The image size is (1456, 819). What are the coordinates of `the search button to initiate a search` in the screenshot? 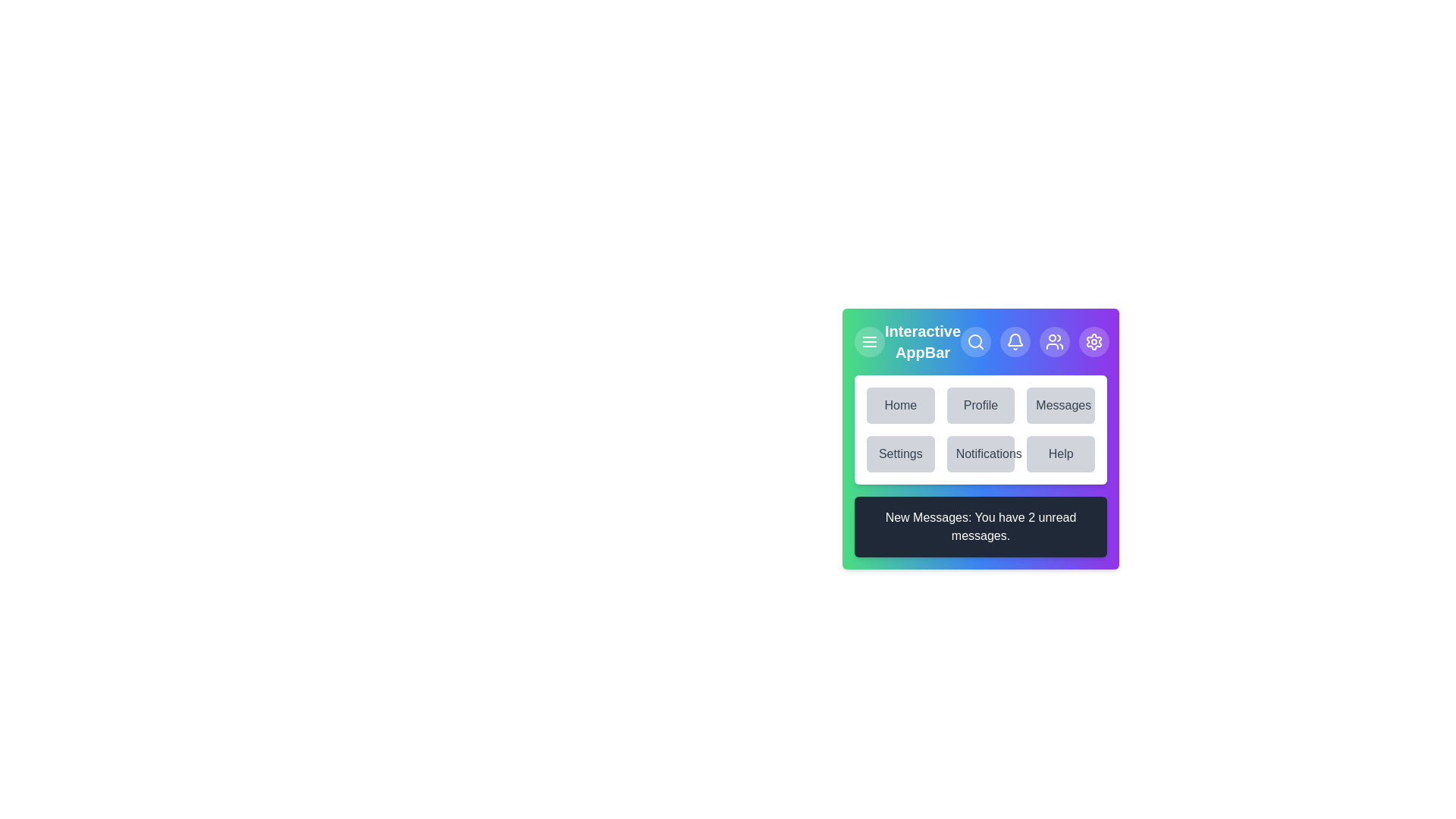 It's located at (975, 342).